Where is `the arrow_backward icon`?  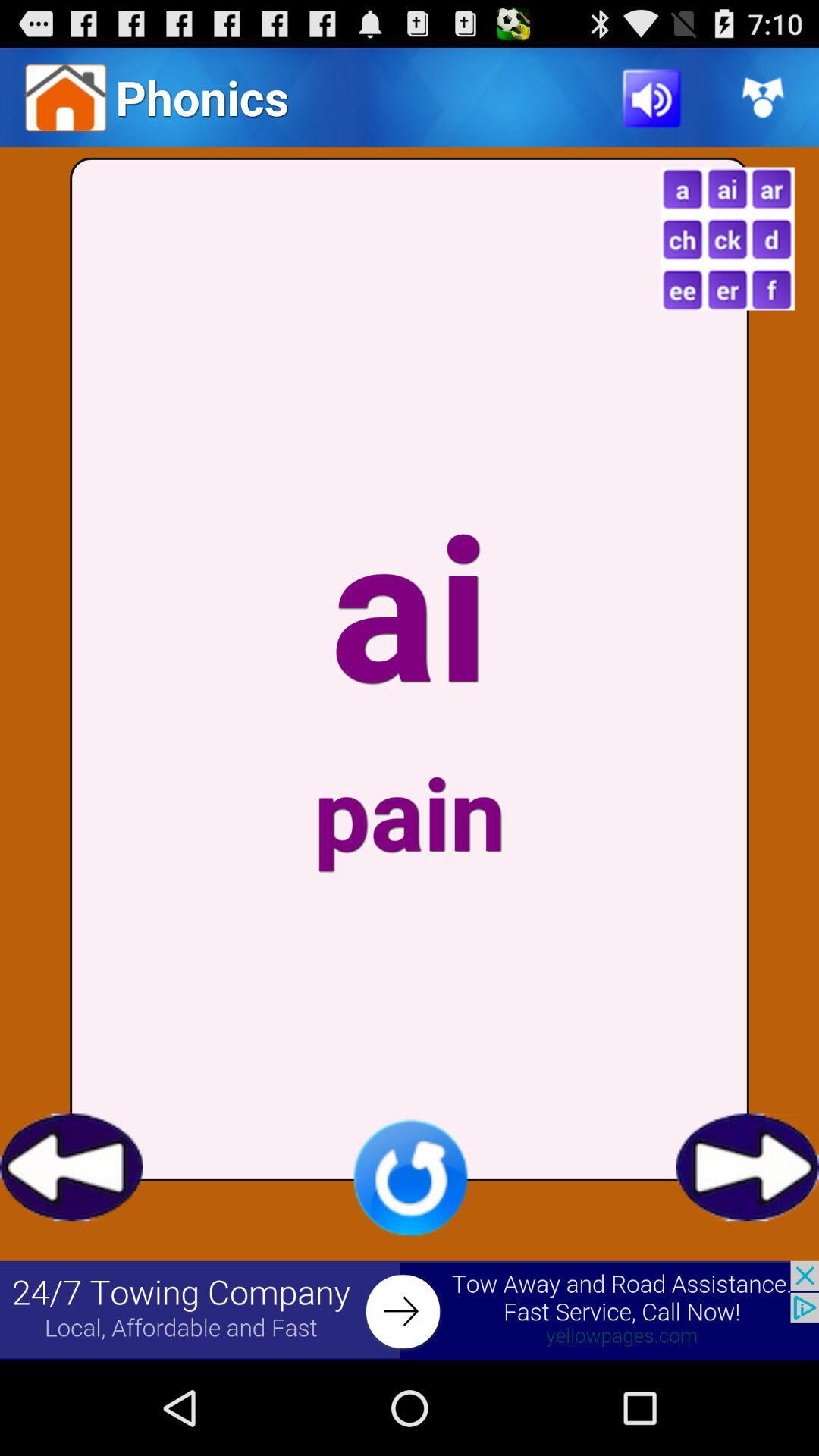 the arrow_backward icon is located at coordinates (71, 1249).